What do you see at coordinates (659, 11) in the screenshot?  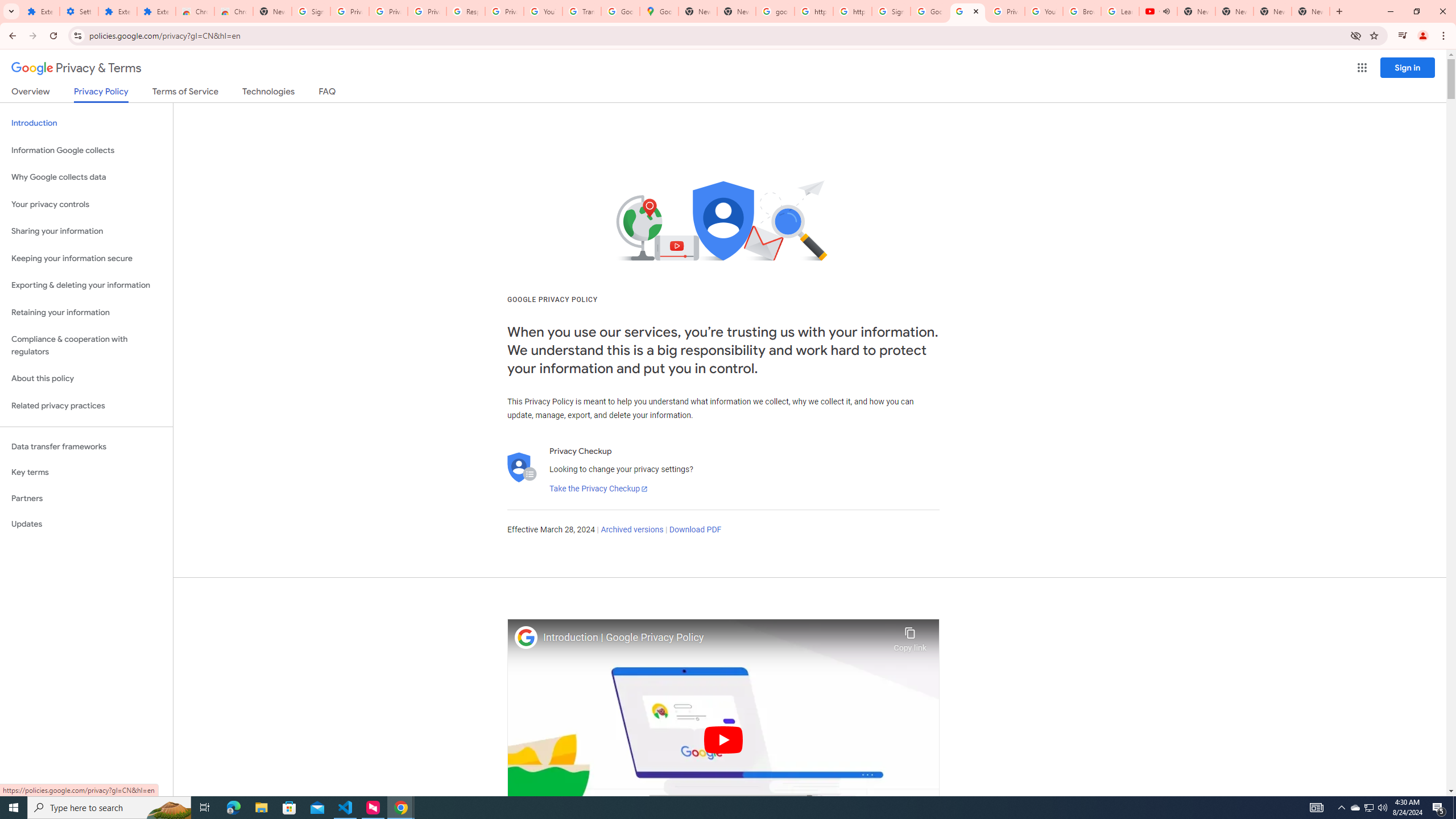 I see `'Google Maps'` at bounding box center [659, 11].